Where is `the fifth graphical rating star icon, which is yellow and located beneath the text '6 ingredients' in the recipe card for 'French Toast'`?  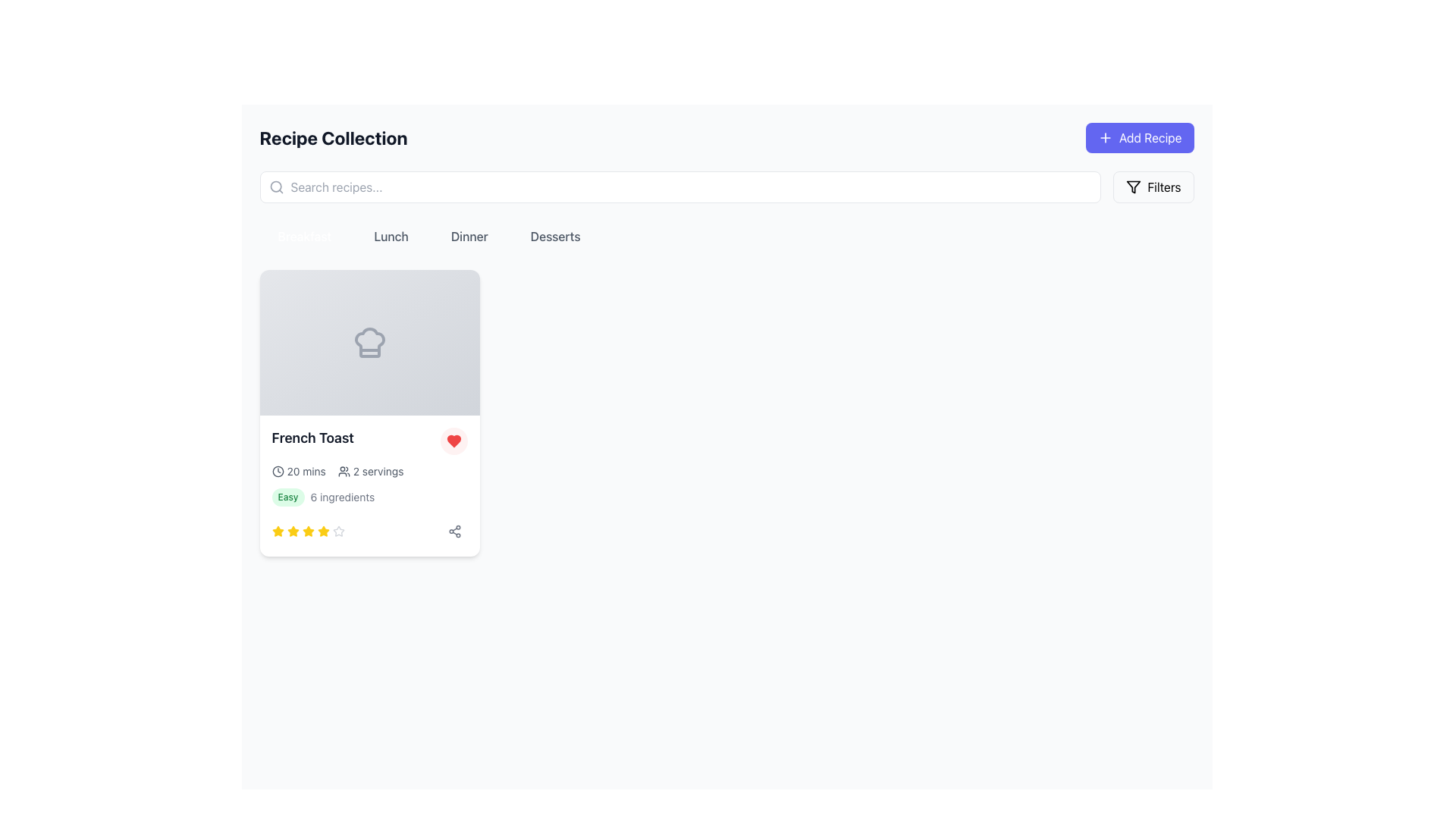 the fifth graphical rating star icon, which is yellow and located beneath the text '6 ingredients' in the recipe card for 'French Toast' is located at coordinates (278, 530).